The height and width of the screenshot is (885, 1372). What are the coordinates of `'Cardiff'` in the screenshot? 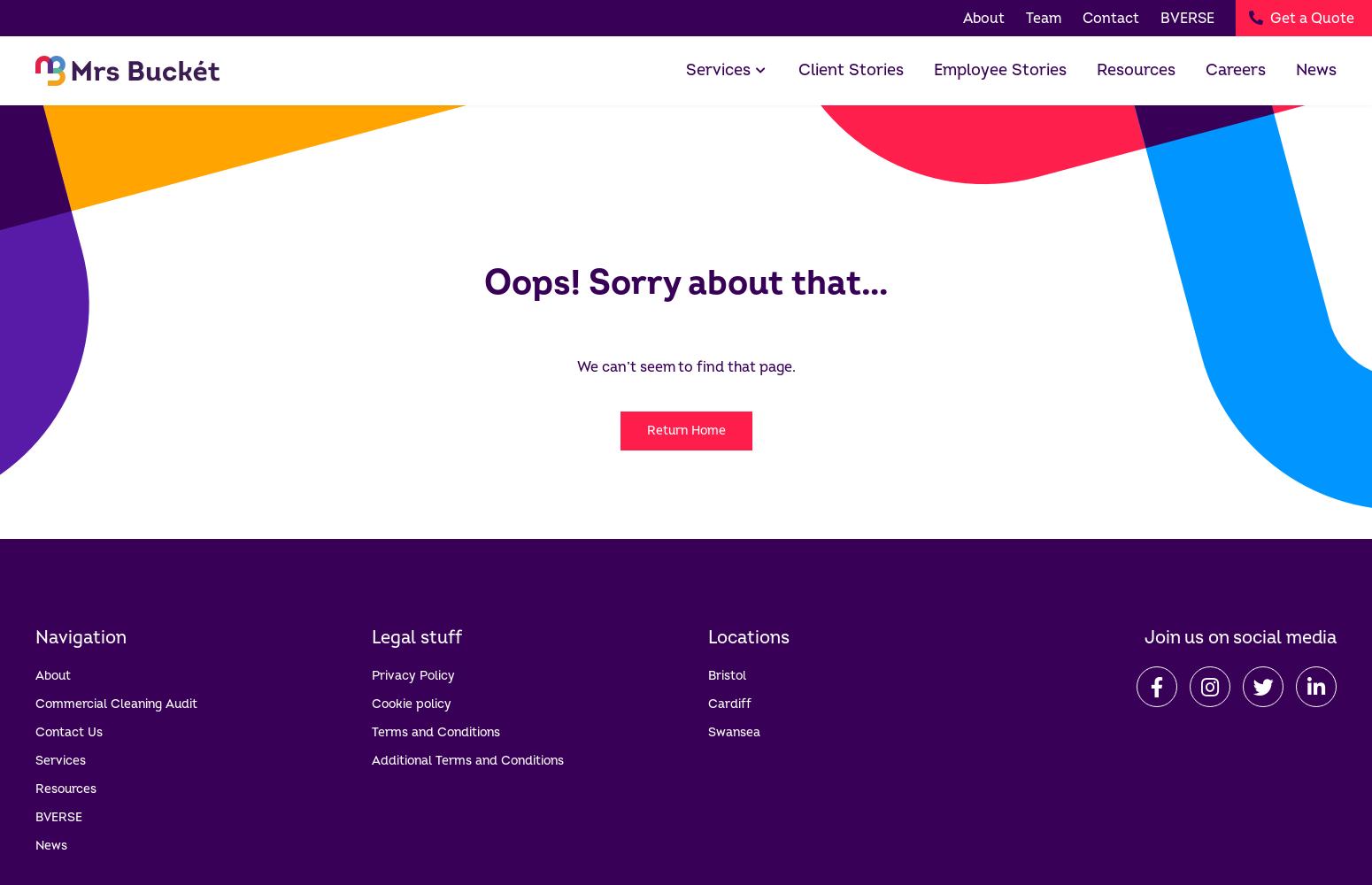 It's located at (728, 704).